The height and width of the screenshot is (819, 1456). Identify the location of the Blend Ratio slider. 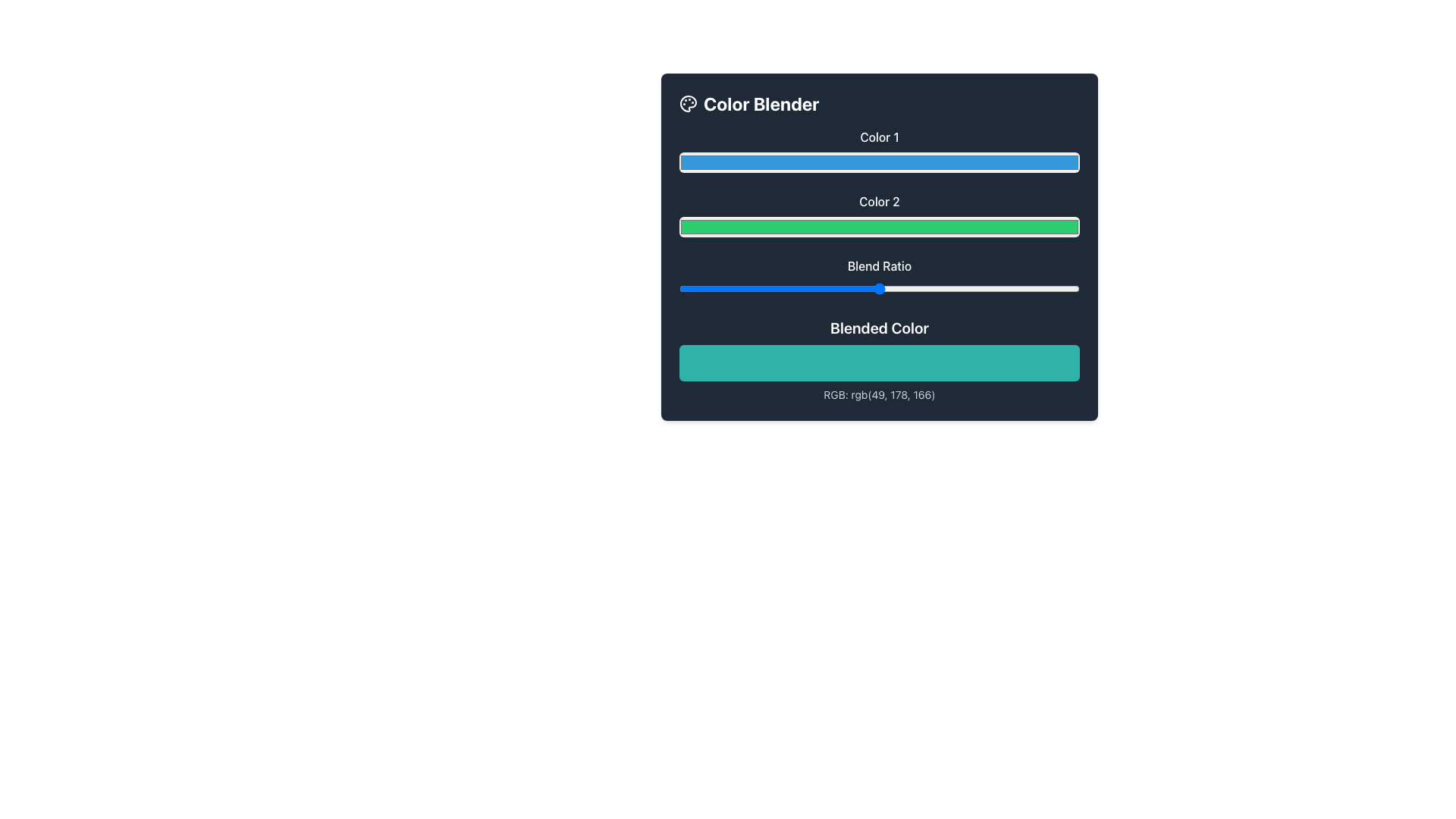
(690, 289).